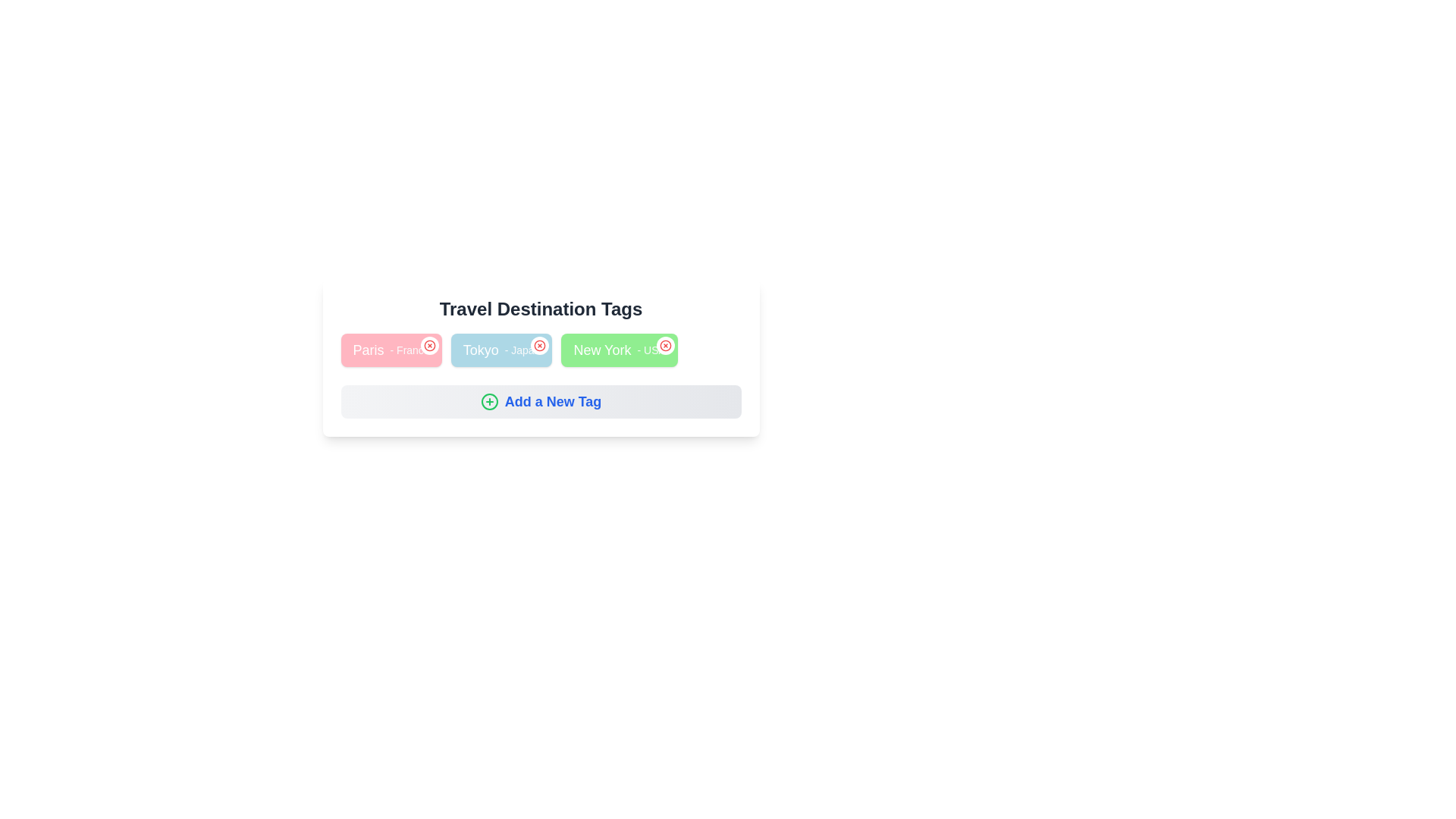  What do you see at coordinates (541, 400) in the screenshot?
I see `the 'Add a New Tag' button to initiate the process of adding a new tag` at bounding box center [541, 400].